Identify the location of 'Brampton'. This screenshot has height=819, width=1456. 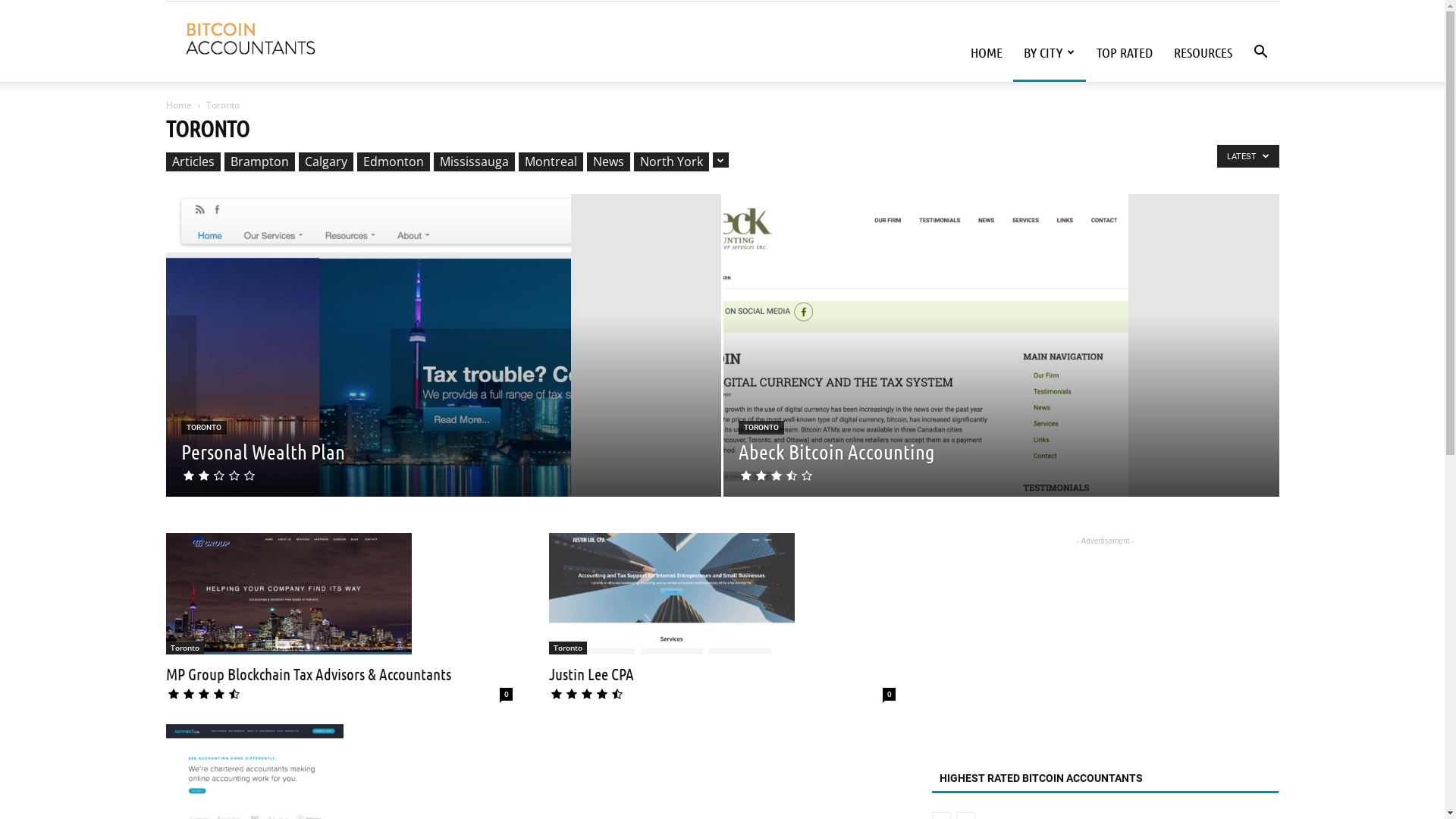
(224, 162).